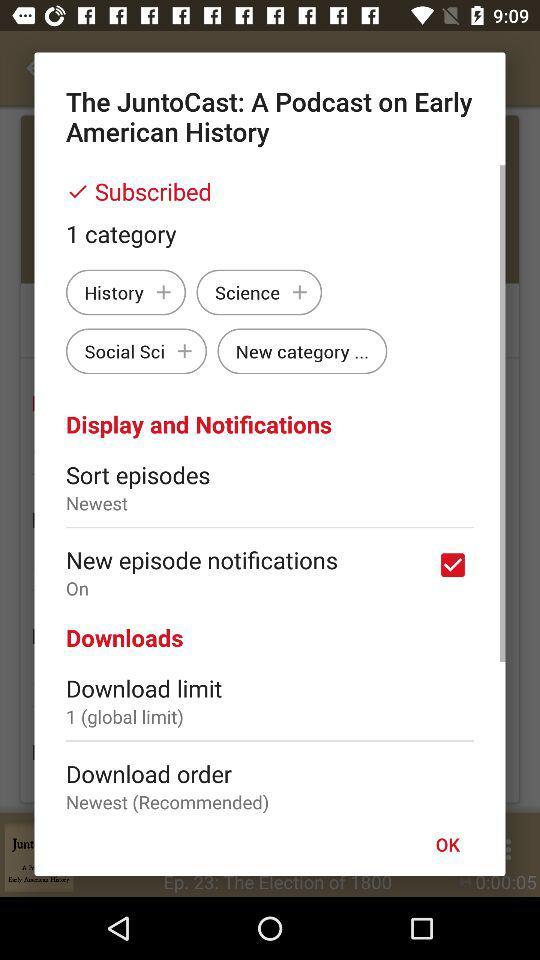 The width and height of the screenshot is (540, 960). I want to click on the 1 category item, so click(270, 233).